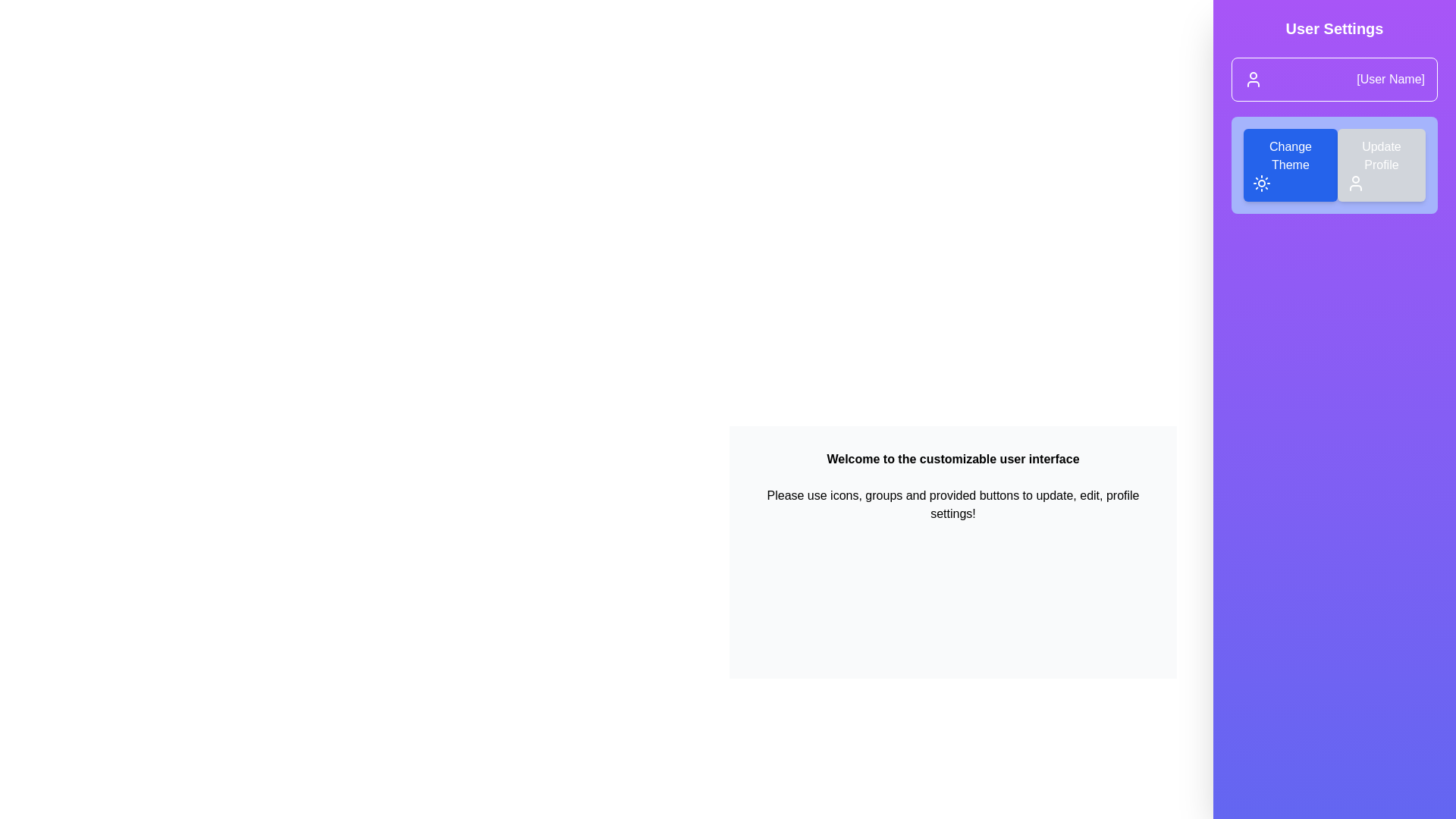 The height and width of the screenshot is (819, 1456). I want to click on the 'Update Profile' button, so click(1381, 165).